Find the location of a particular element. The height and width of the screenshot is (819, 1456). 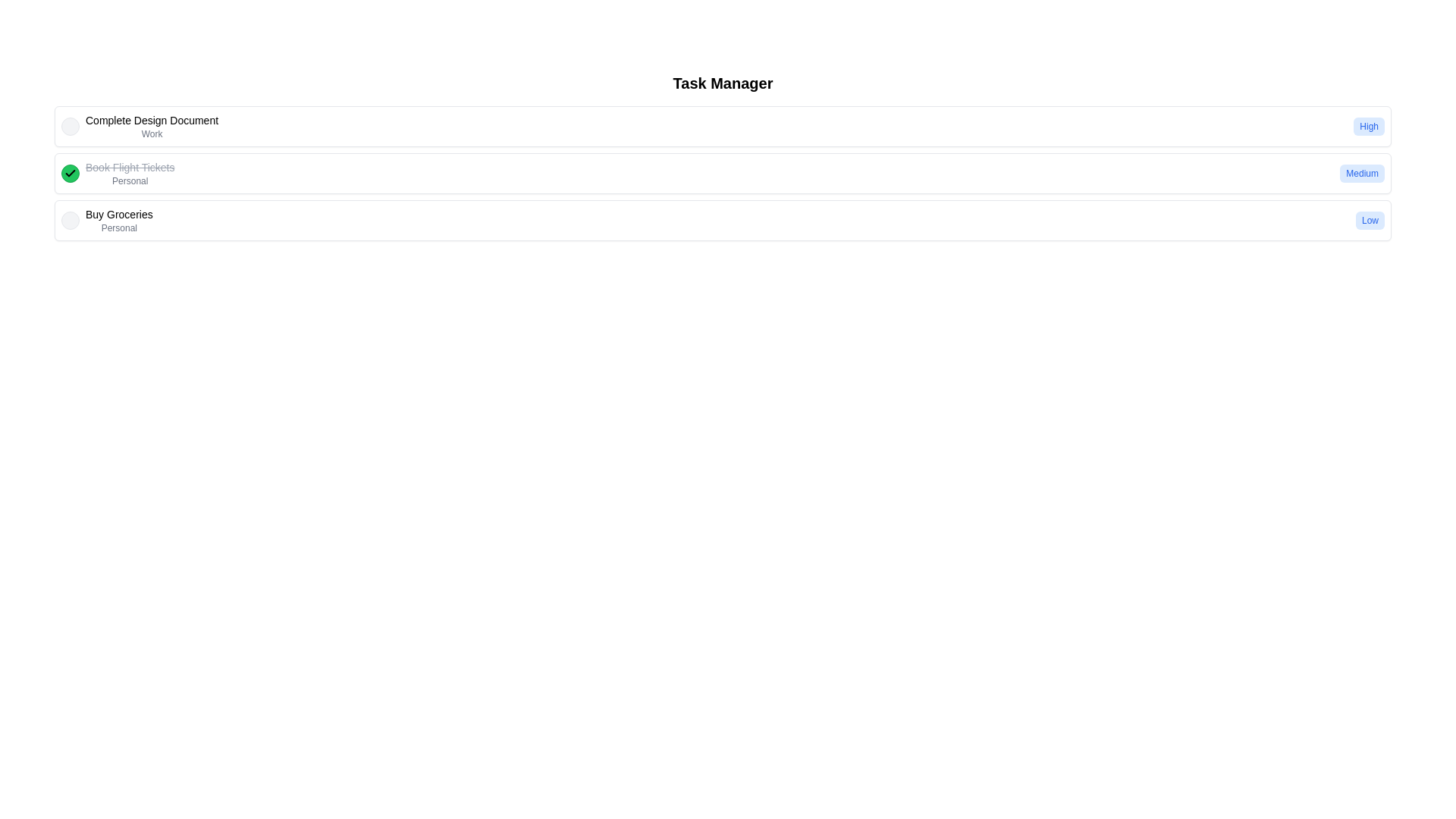

the text label displaying 'Complete Design Document', which is styled with a small font size and medium weight, positioned as the main title in the first task row is located at coordinates (152, 119).